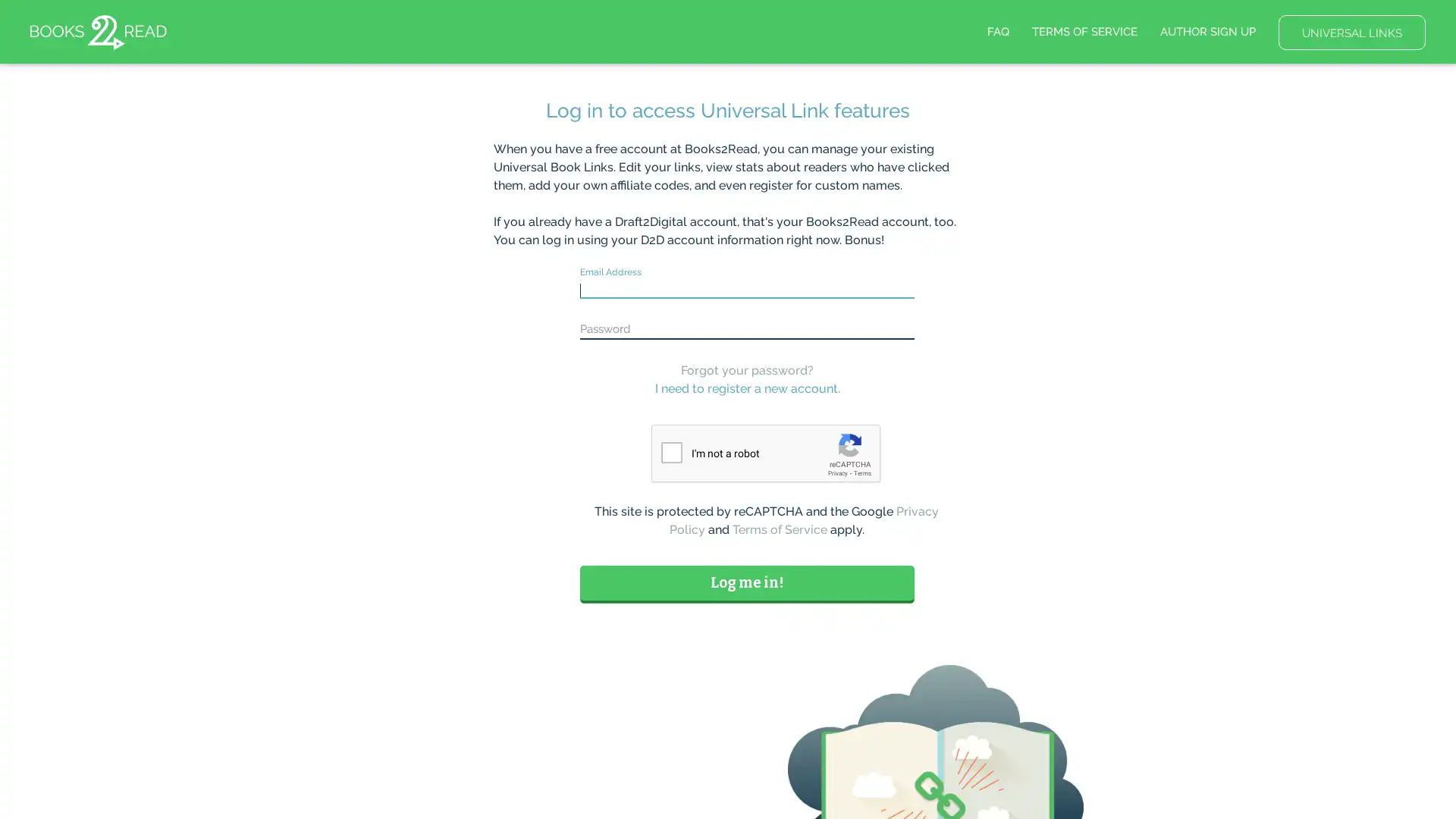  I want to click on Log me in!, so click(747, 582).